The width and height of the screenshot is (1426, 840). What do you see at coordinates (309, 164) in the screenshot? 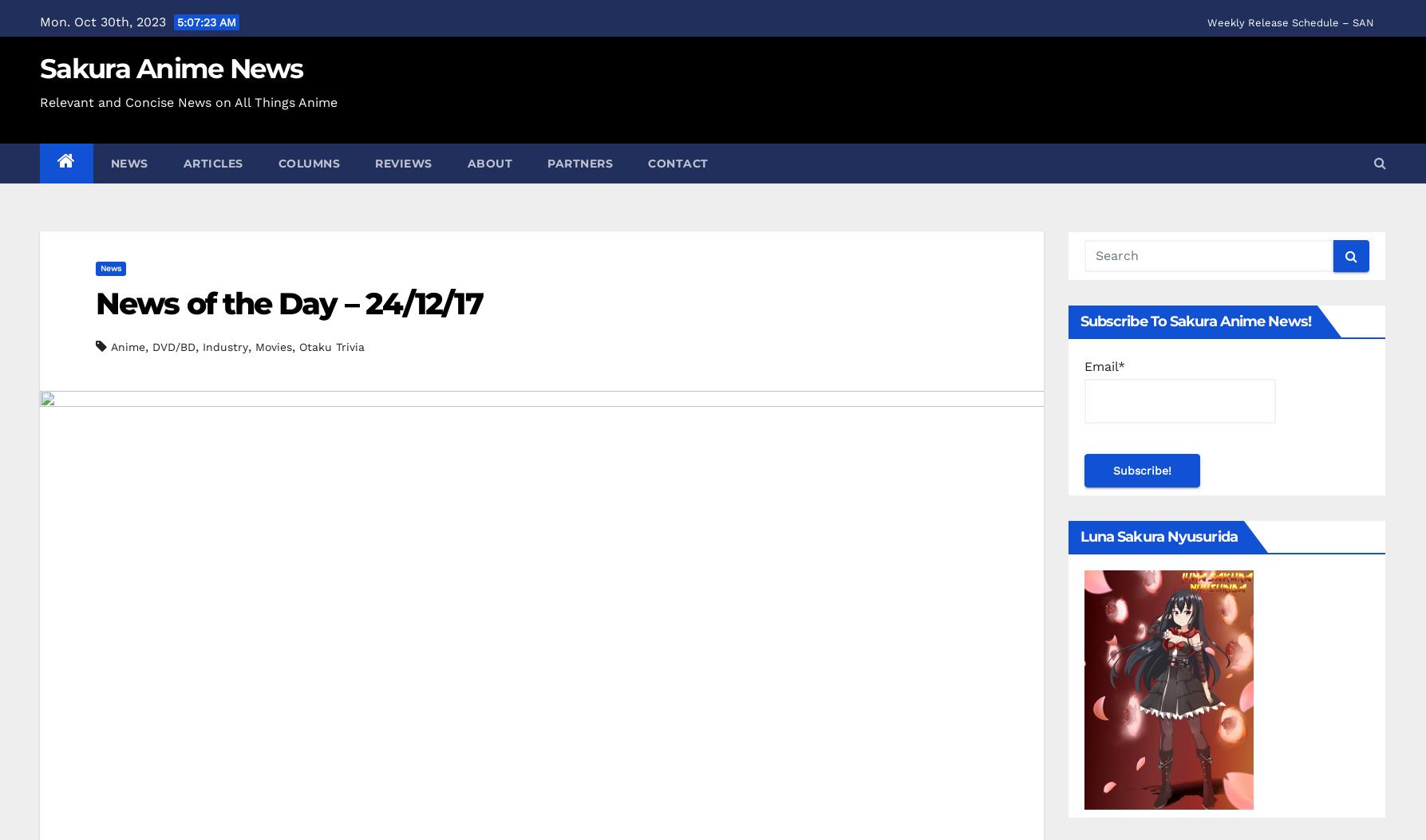
I see `'Columns'` at bounding box center [309, 164].